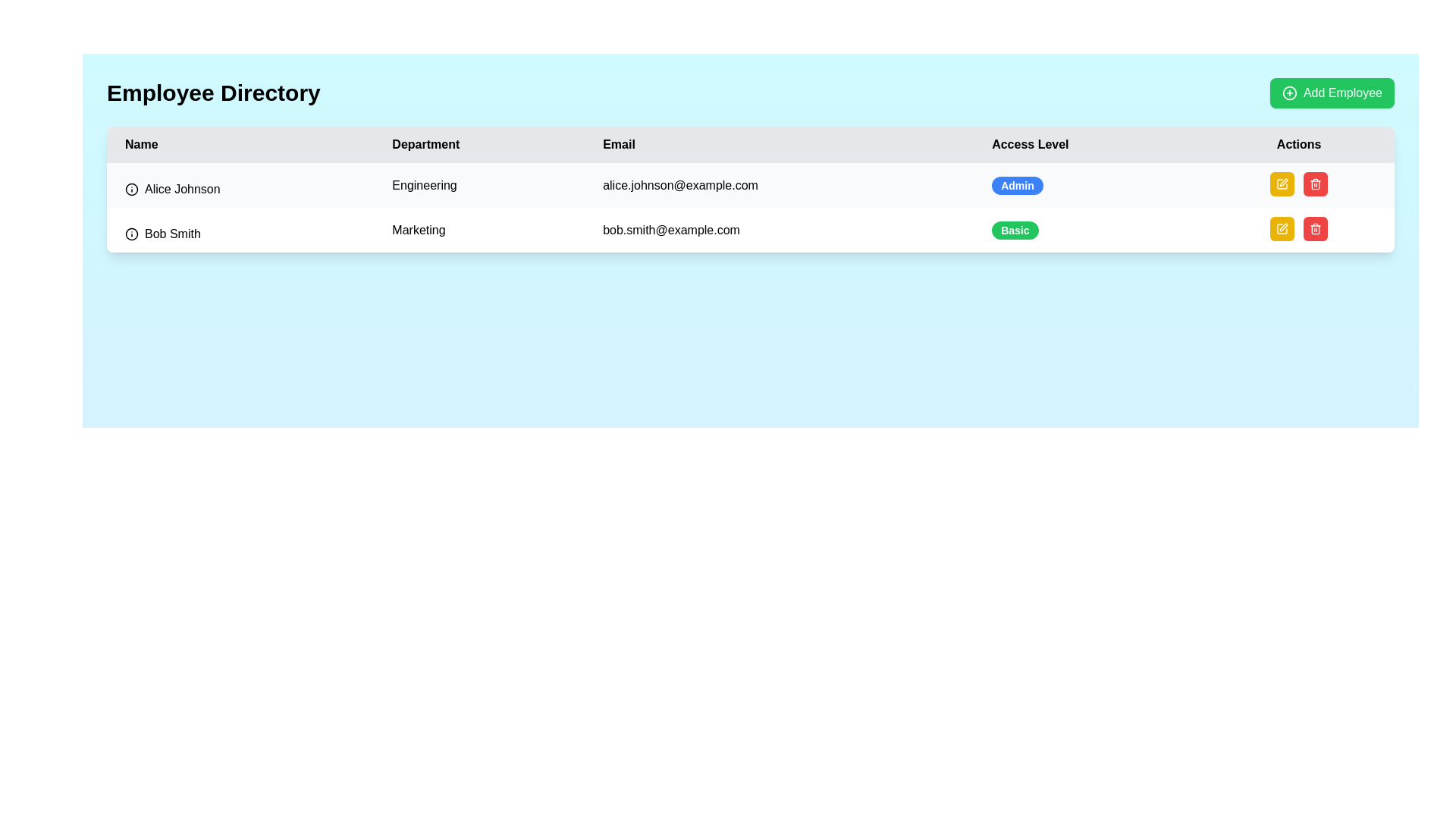 Image resolution: width=1456 pixels, height=819 pixels. Describe the element at coordinates (1315, 228) in the screenshot. I see `the delete icon button located in the last column of the table for the entry 'Bob Smith'` at that location.